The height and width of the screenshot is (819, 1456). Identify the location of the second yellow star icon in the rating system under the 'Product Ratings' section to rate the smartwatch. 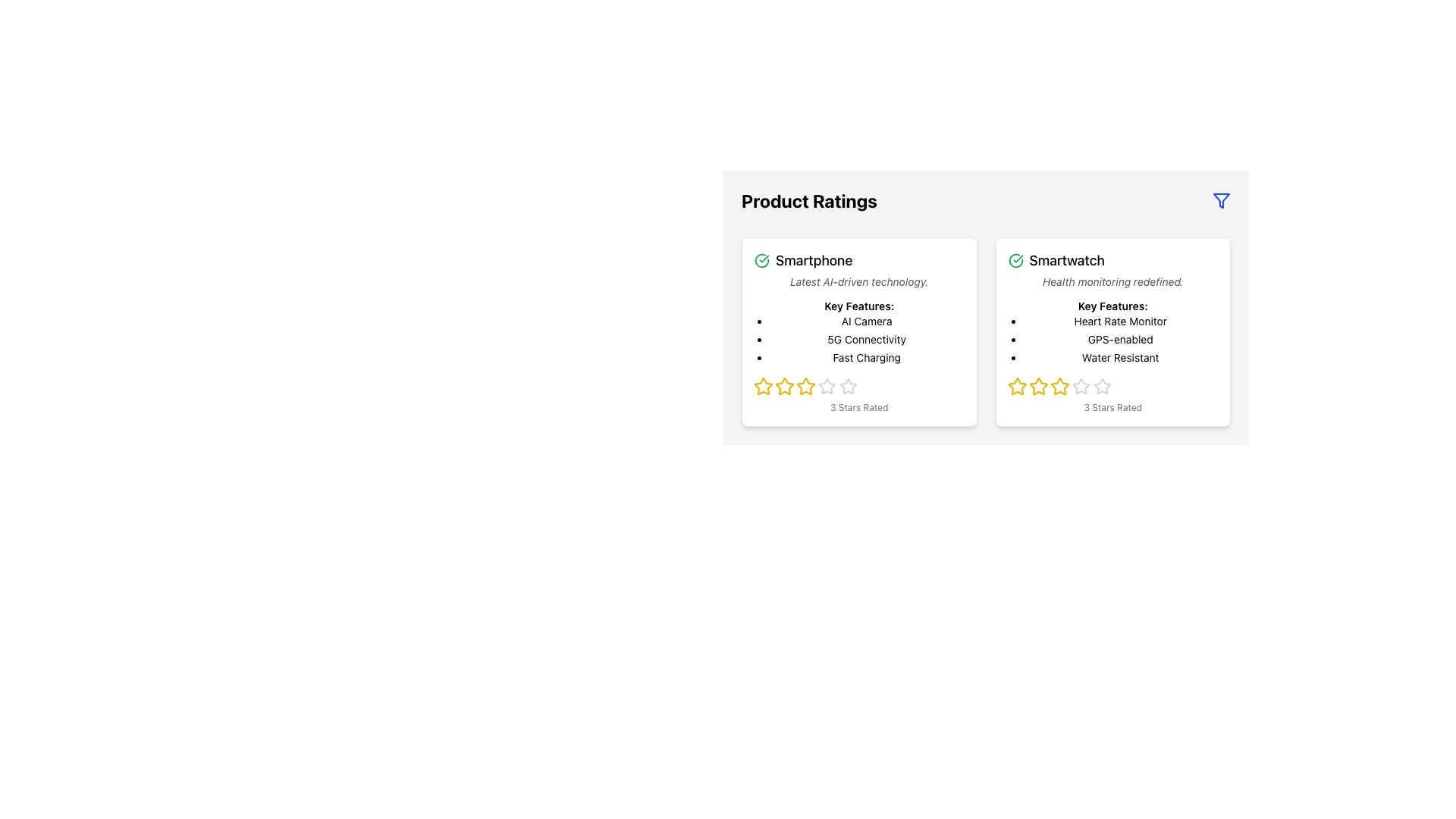
(1059, 385).